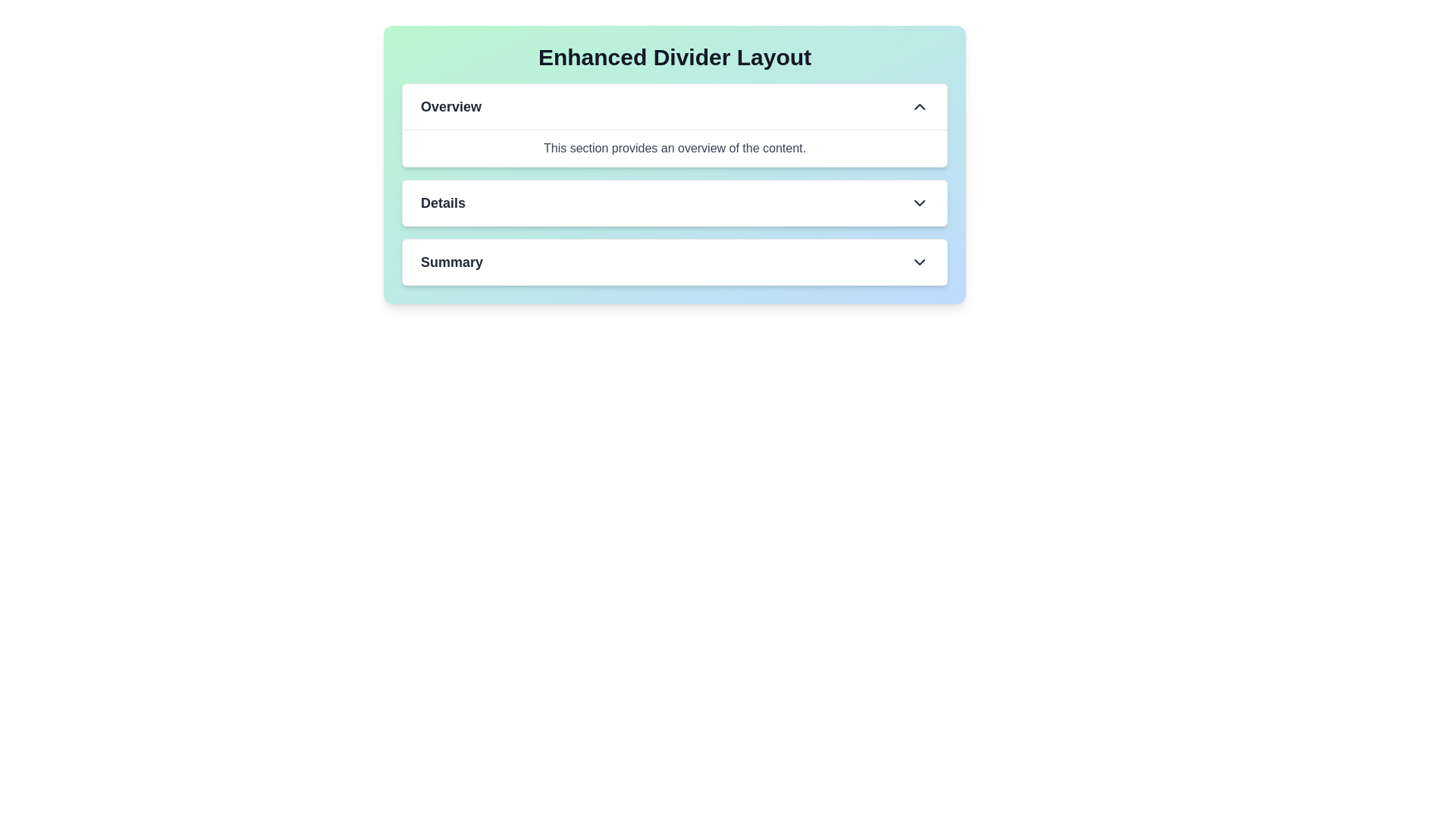  Describe the element at coordinates (919, 106) in the screenshot. I see `the toggle icon located in the upper-right corner of the 'Overview' section` at that location.